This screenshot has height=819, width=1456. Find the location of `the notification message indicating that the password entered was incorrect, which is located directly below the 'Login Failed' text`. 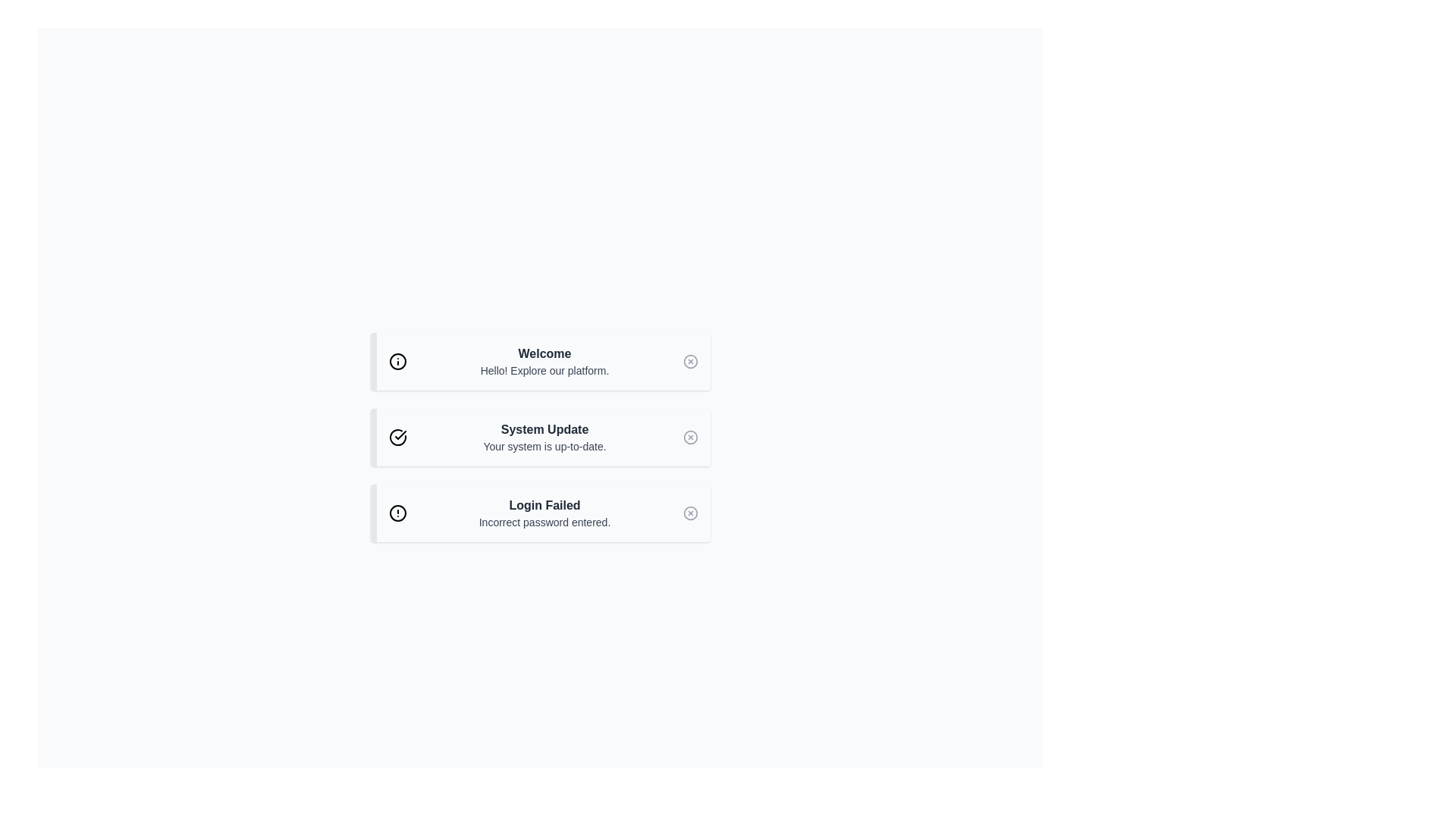

the notification message indicating that the password entered was incorrect, which is located directly below the 'Login Failed' text is located at coordinates (544, 522).